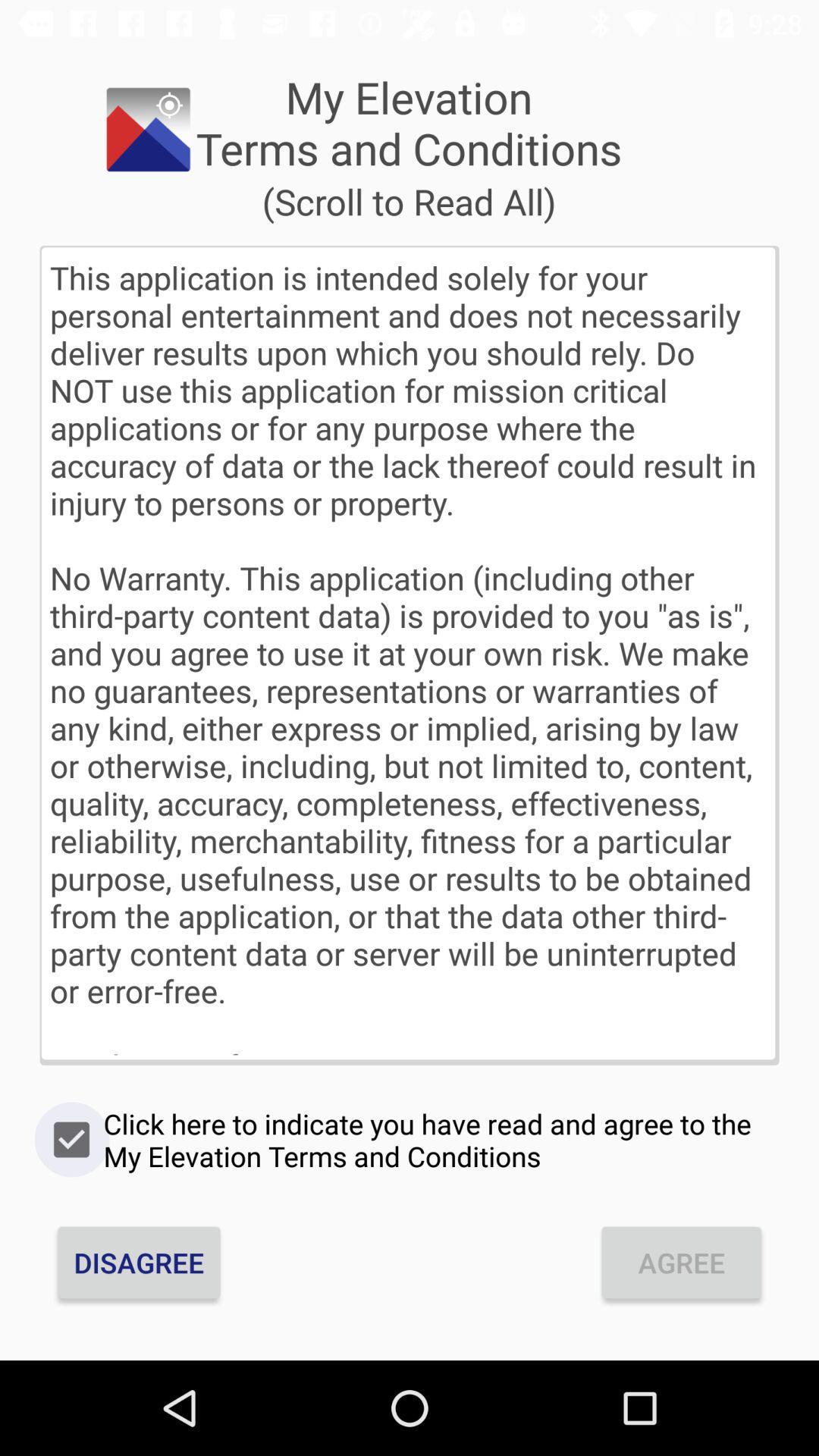 Image resolution: width=819 pixels, height=1456 pixels. I want to click on the item above the disagree item, so click(409, 1140).